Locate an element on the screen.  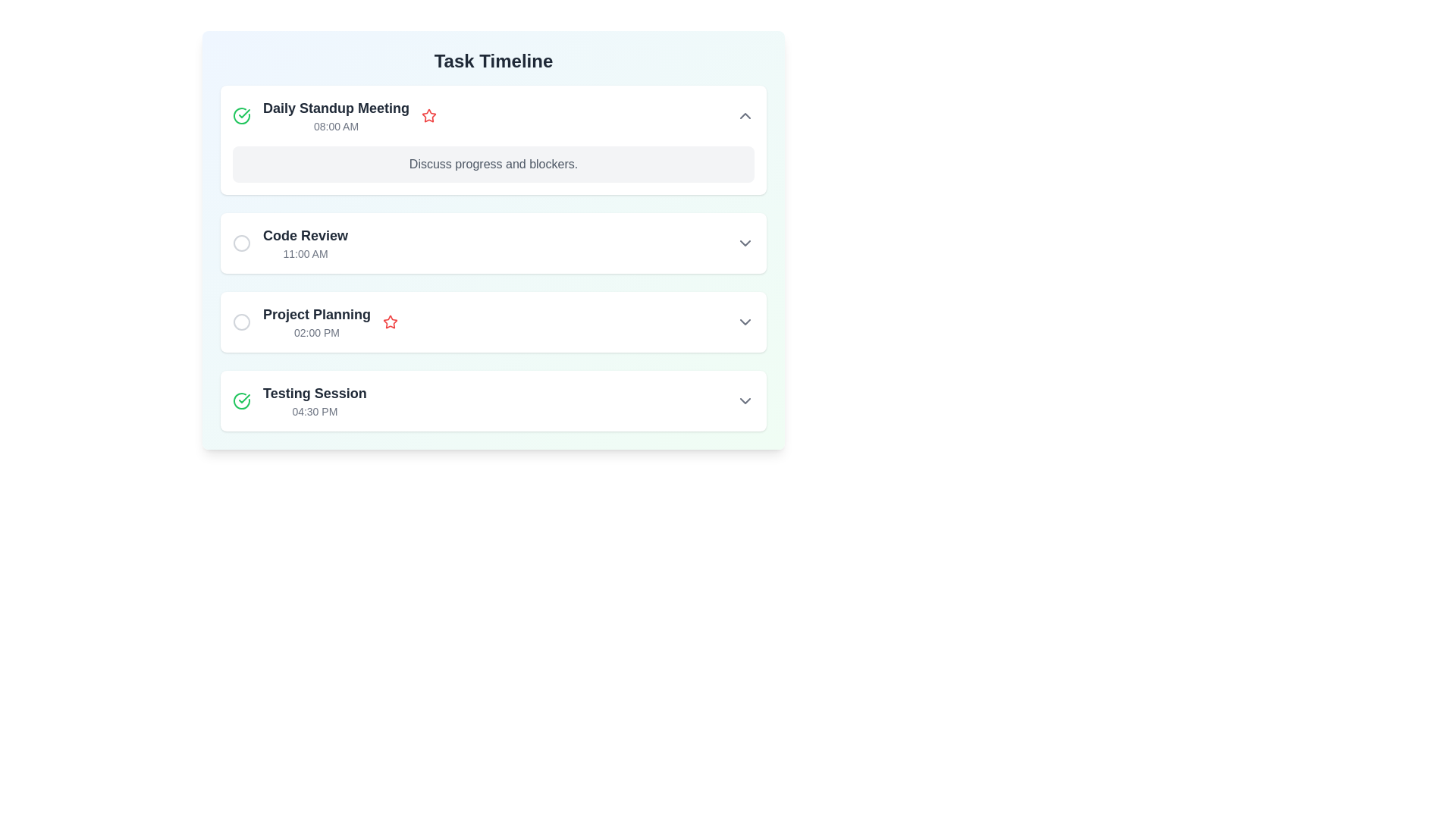
textual content of the label displaying 'Daily Standup Meeting', which is bold and aligned to the left at the top of the task list section under the 'Task Timeline' header is located at coordinates (335, 107).